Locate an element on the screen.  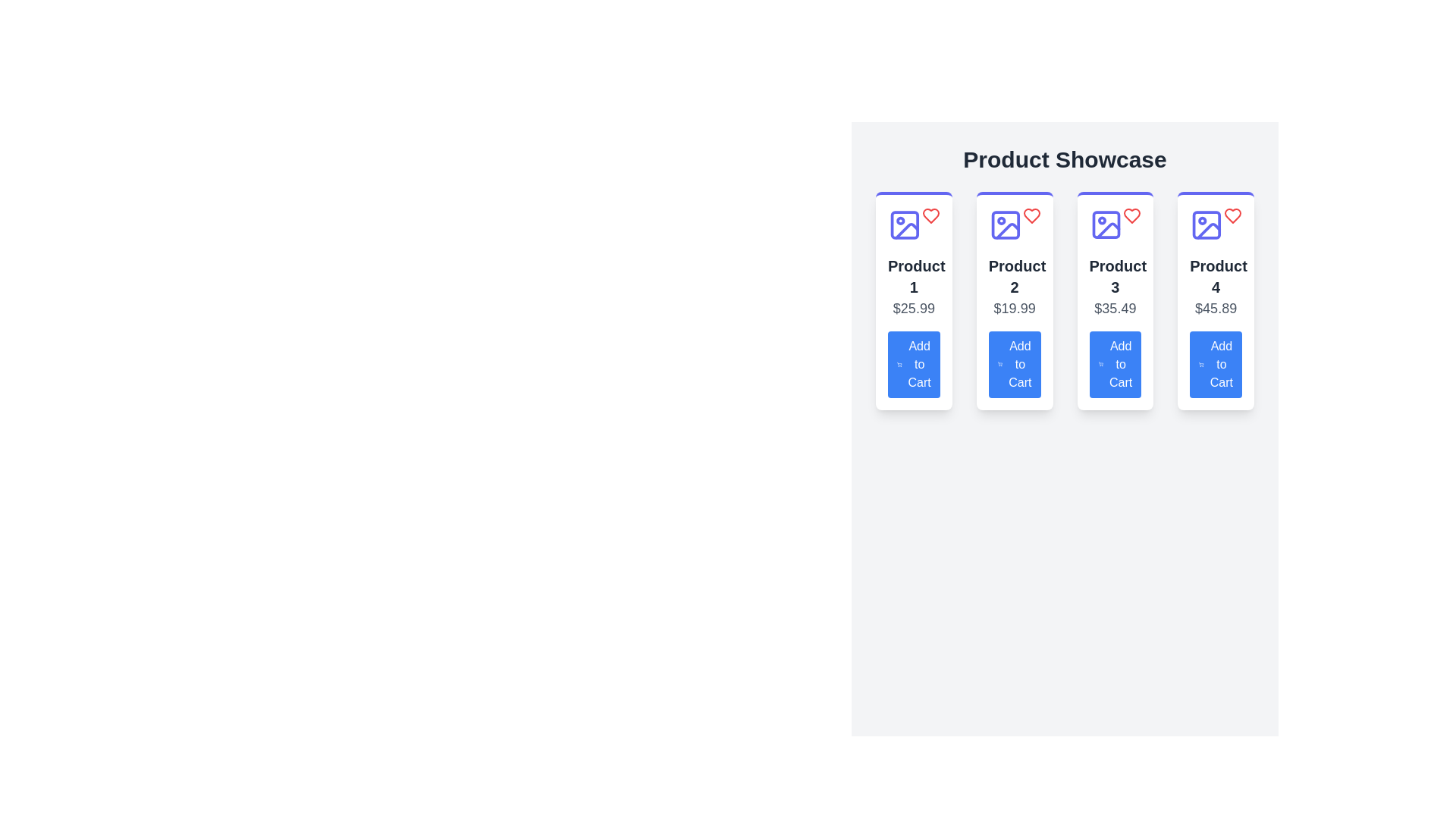
the icon representing an image on the product showcase card for 'Product 3', which is a rounded rectangle with a blue border located centrally at the top of the card is located at coordinates (1106, 225).